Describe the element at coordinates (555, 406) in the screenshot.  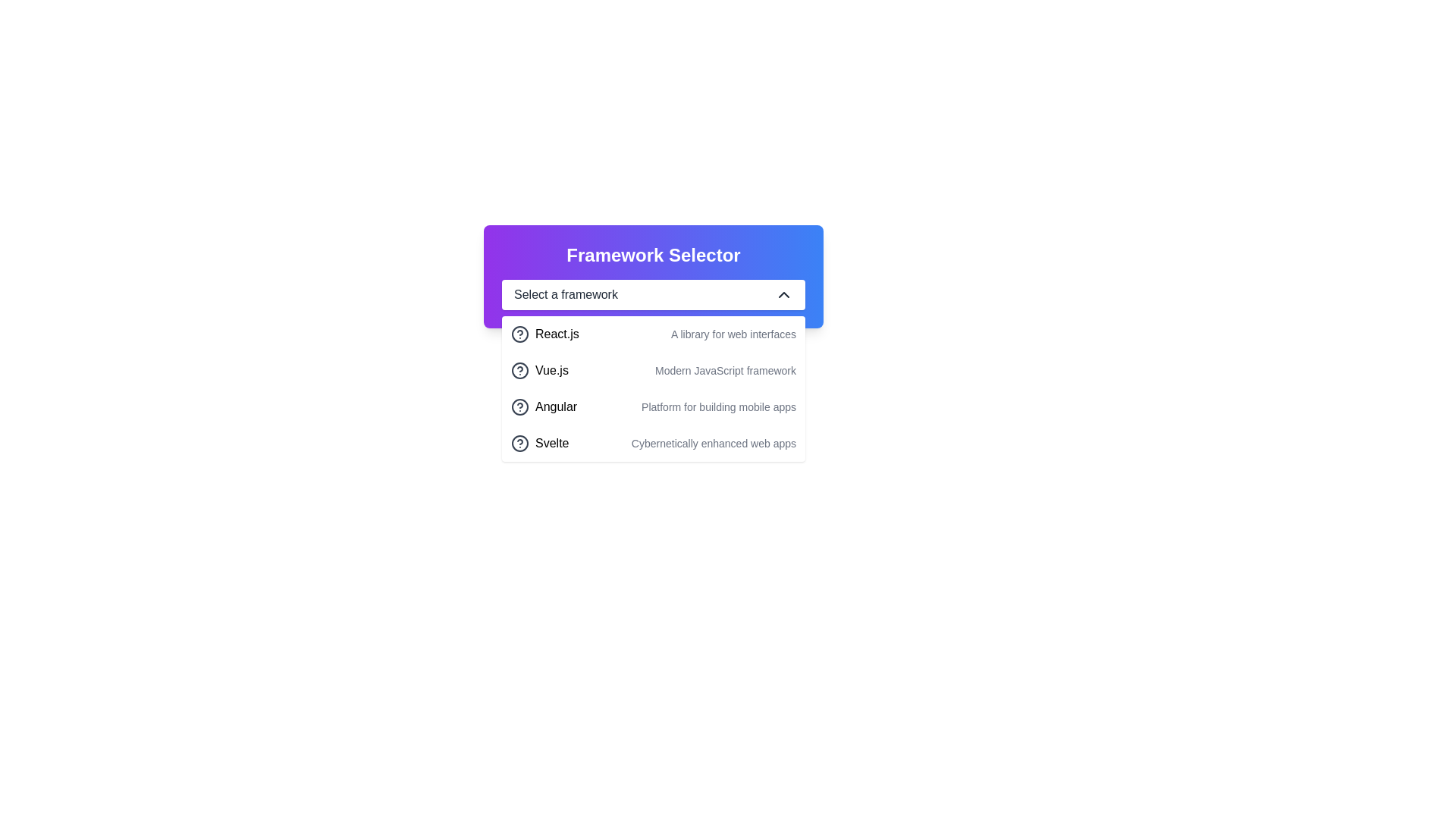
I see `the 'Angular' text label in the 'Framework Selector' dropdown menu` at that location.